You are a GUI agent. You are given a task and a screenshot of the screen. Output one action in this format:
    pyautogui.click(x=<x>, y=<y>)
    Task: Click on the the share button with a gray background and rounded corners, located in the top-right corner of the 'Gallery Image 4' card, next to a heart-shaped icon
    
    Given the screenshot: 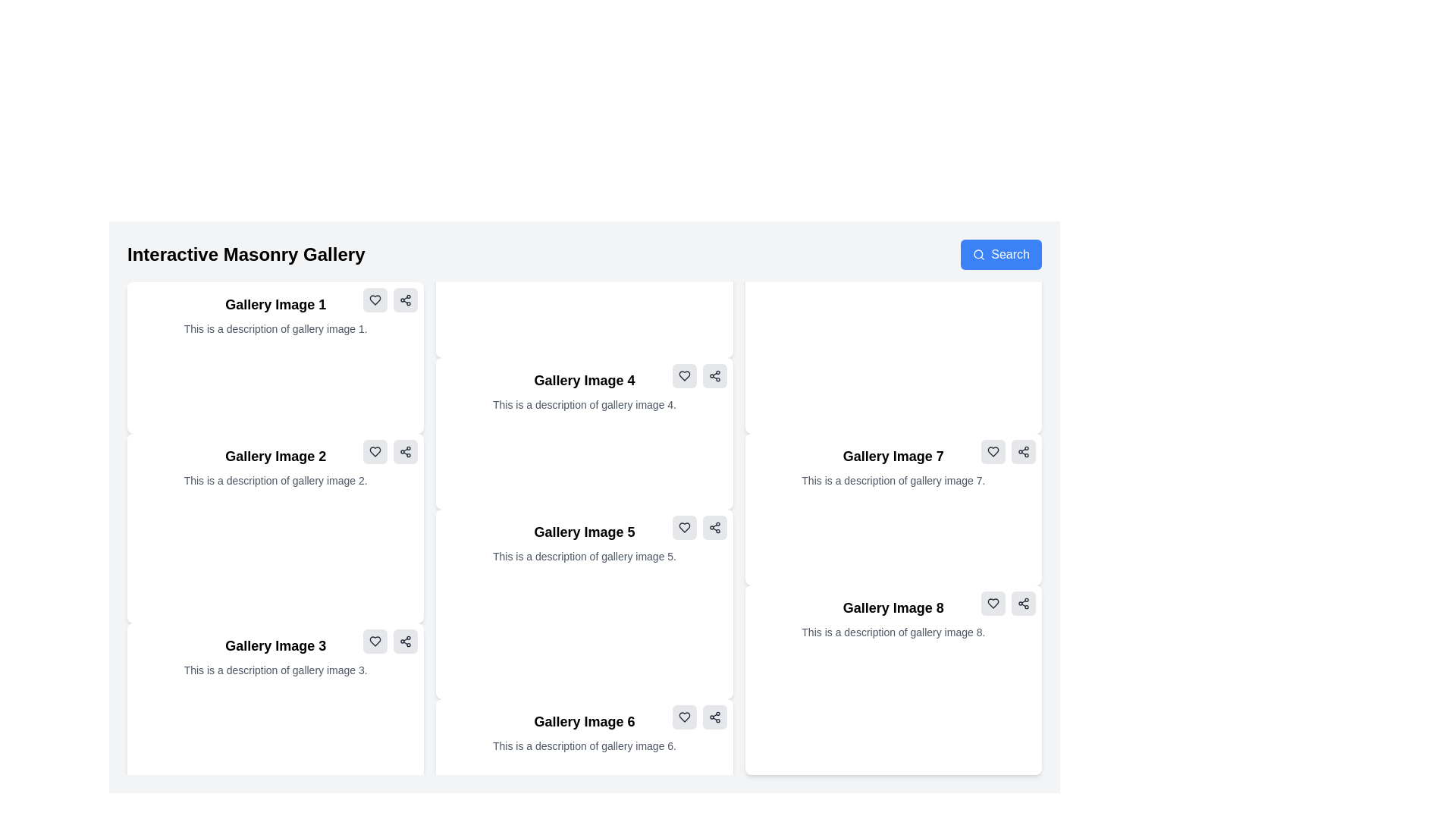 What is the action you would take?
    pyautogui.click(x=714, y=375)
    